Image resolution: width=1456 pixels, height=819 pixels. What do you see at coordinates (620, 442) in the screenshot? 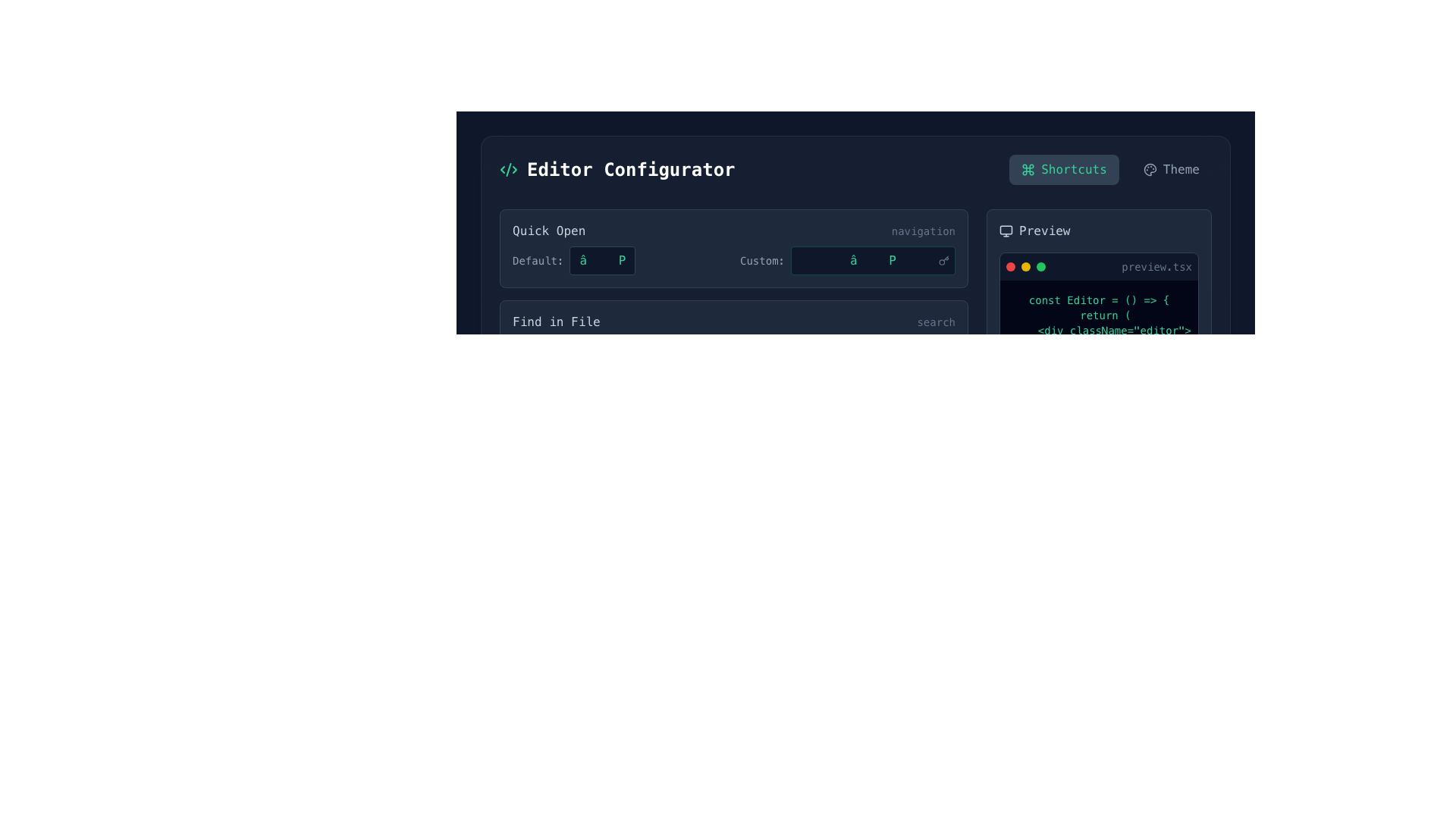
I see `the text label segment displaying 'Default:' followed by the styled value '⌘ S' to understand the configuration setting` at bounding box center [620, 442].